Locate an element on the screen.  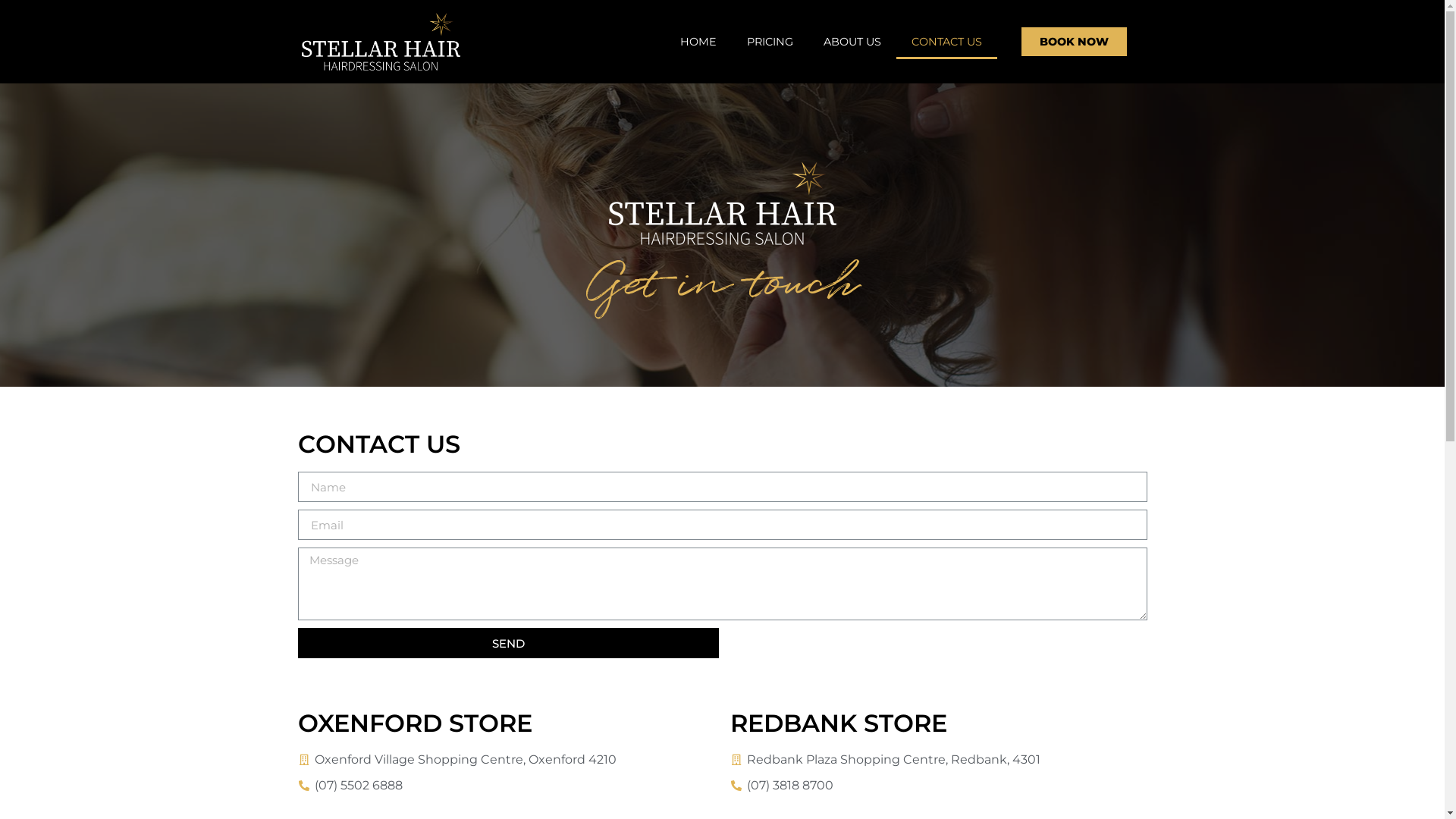
'BOOK NOW' is located at coordinates (1073, 40).